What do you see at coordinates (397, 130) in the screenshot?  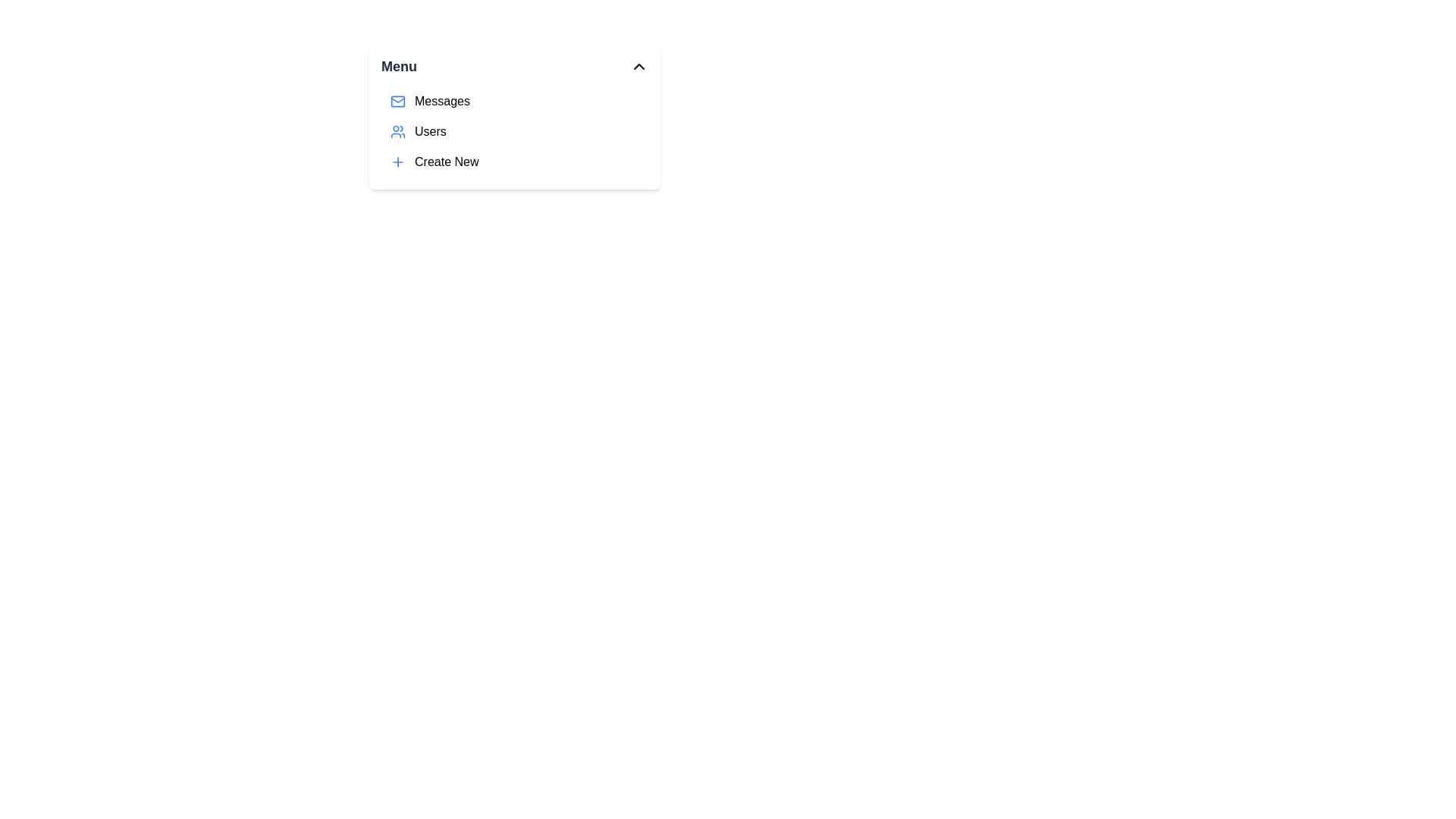 I see `the 'Users' icon located in the menu, specifically the second item in the list, to the left of the 'Users' label` at bounding box center [397, 130].